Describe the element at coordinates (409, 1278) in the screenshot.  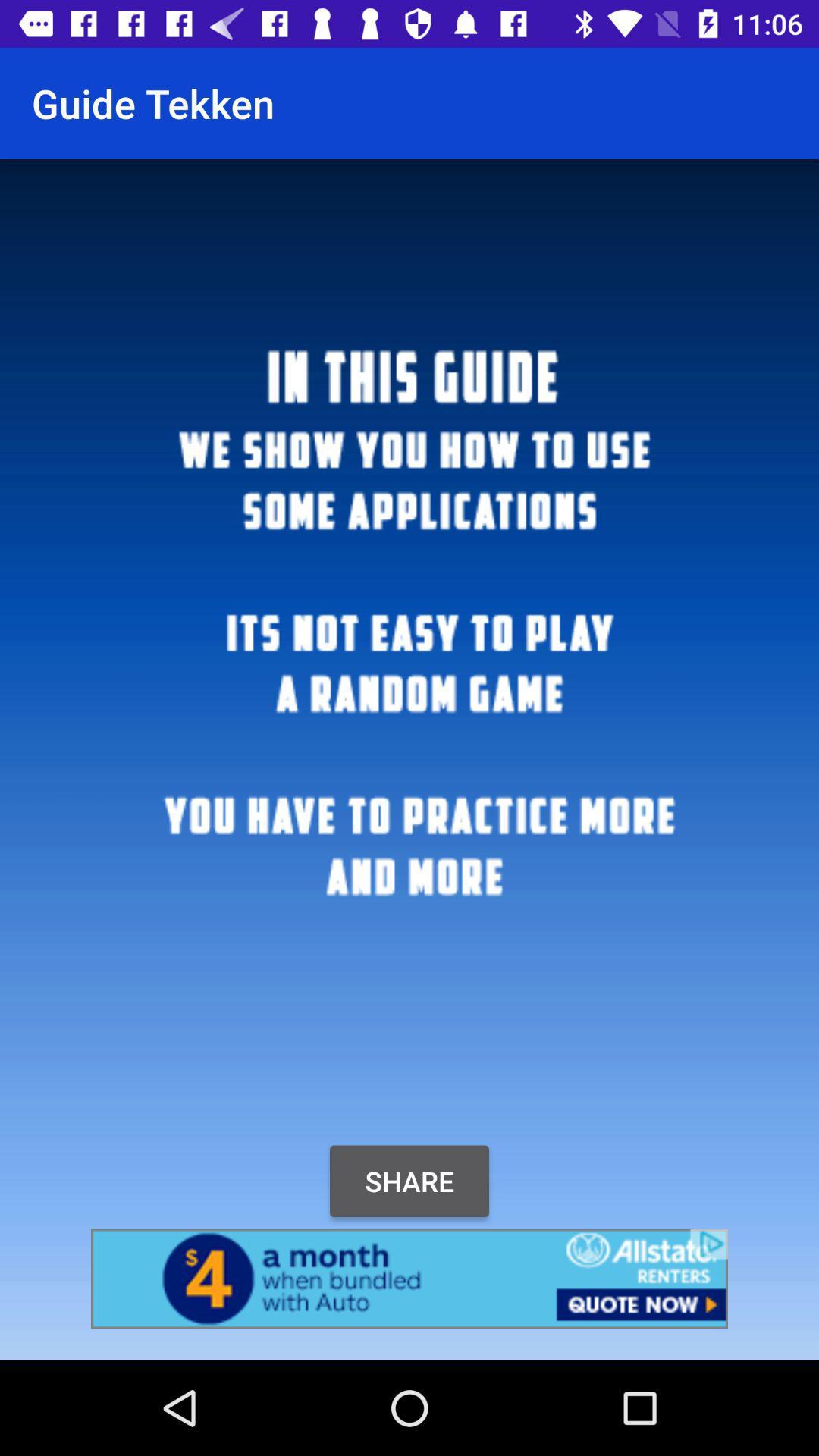
I see `the option` at that location.